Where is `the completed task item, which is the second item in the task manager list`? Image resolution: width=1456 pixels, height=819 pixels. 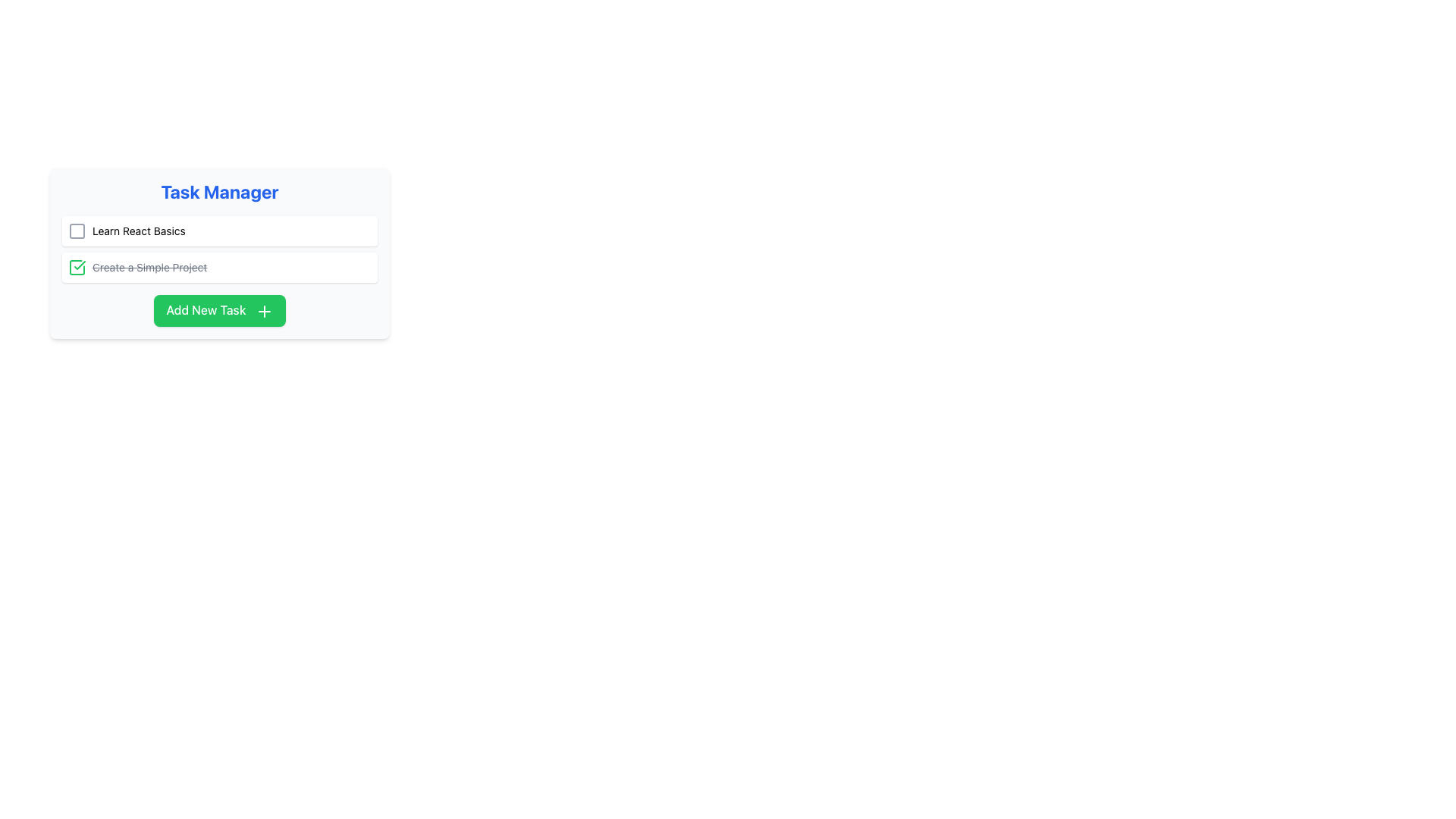 the completed task item, which is the second item in the task manager list is located at coordinates (218, 267).